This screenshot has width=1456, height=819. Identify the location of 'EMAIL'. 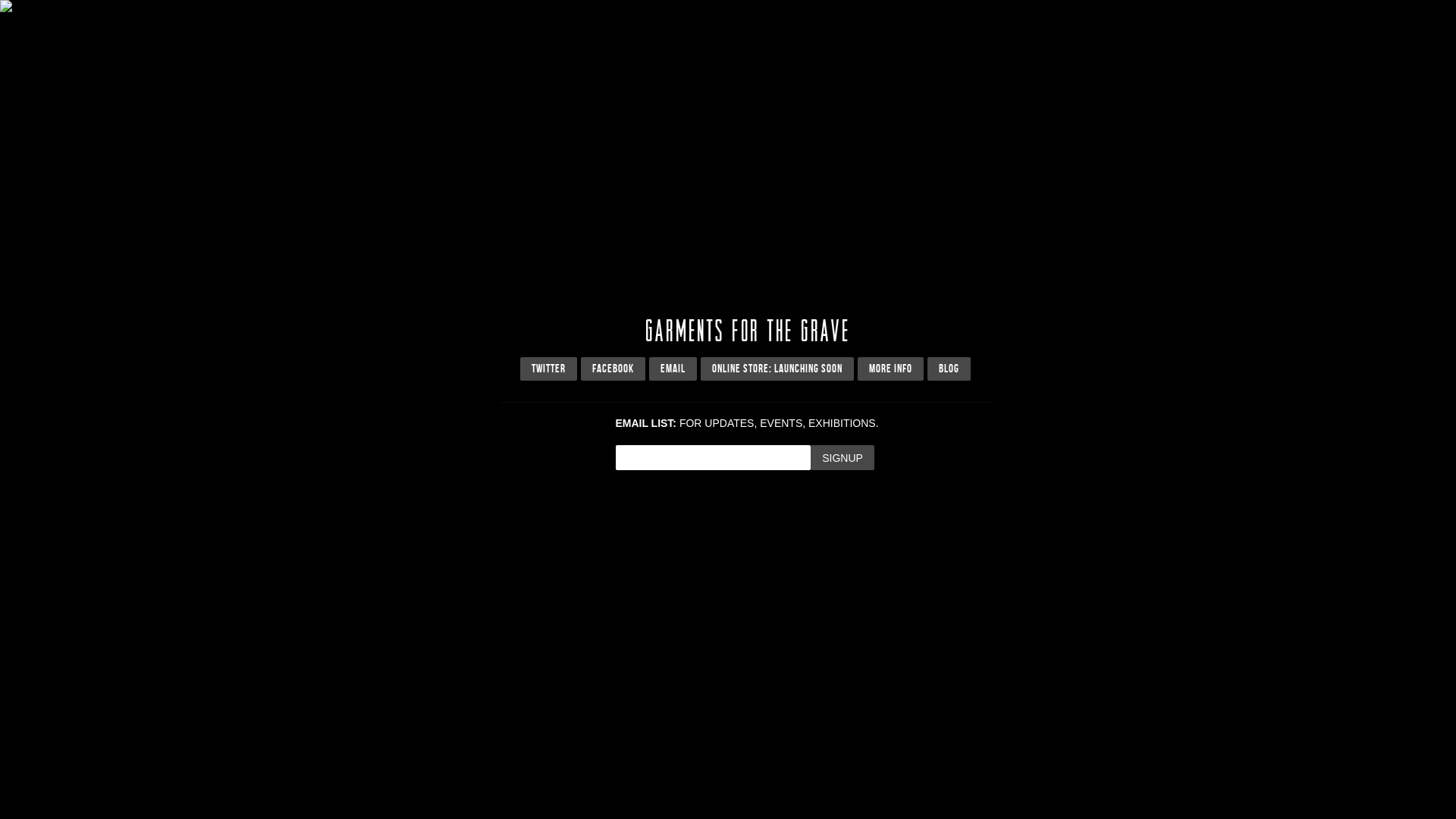
(672, 369).